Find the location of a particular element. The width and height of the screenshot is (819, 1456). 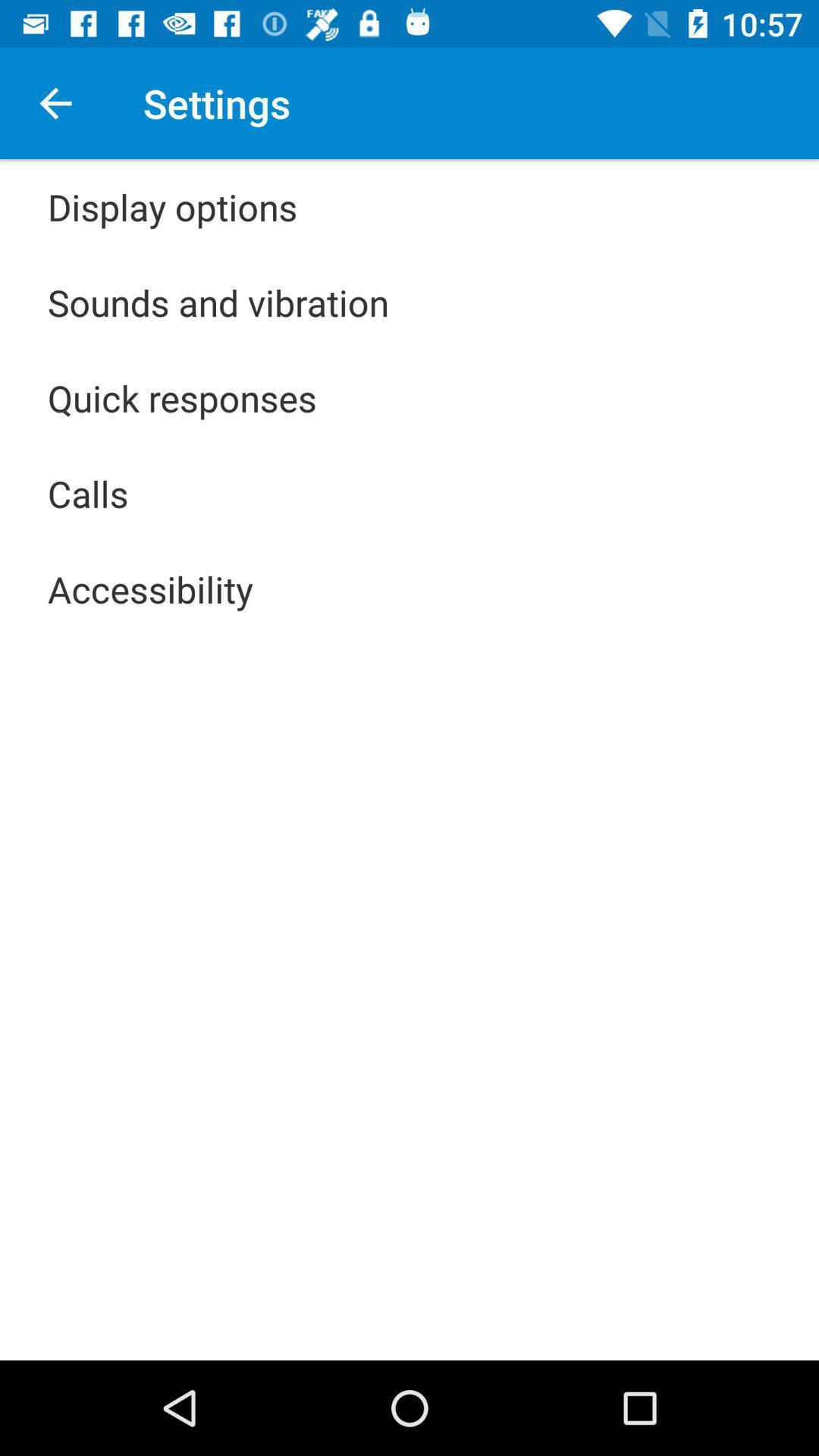

the calls icon is located at coordinates (88, 494).